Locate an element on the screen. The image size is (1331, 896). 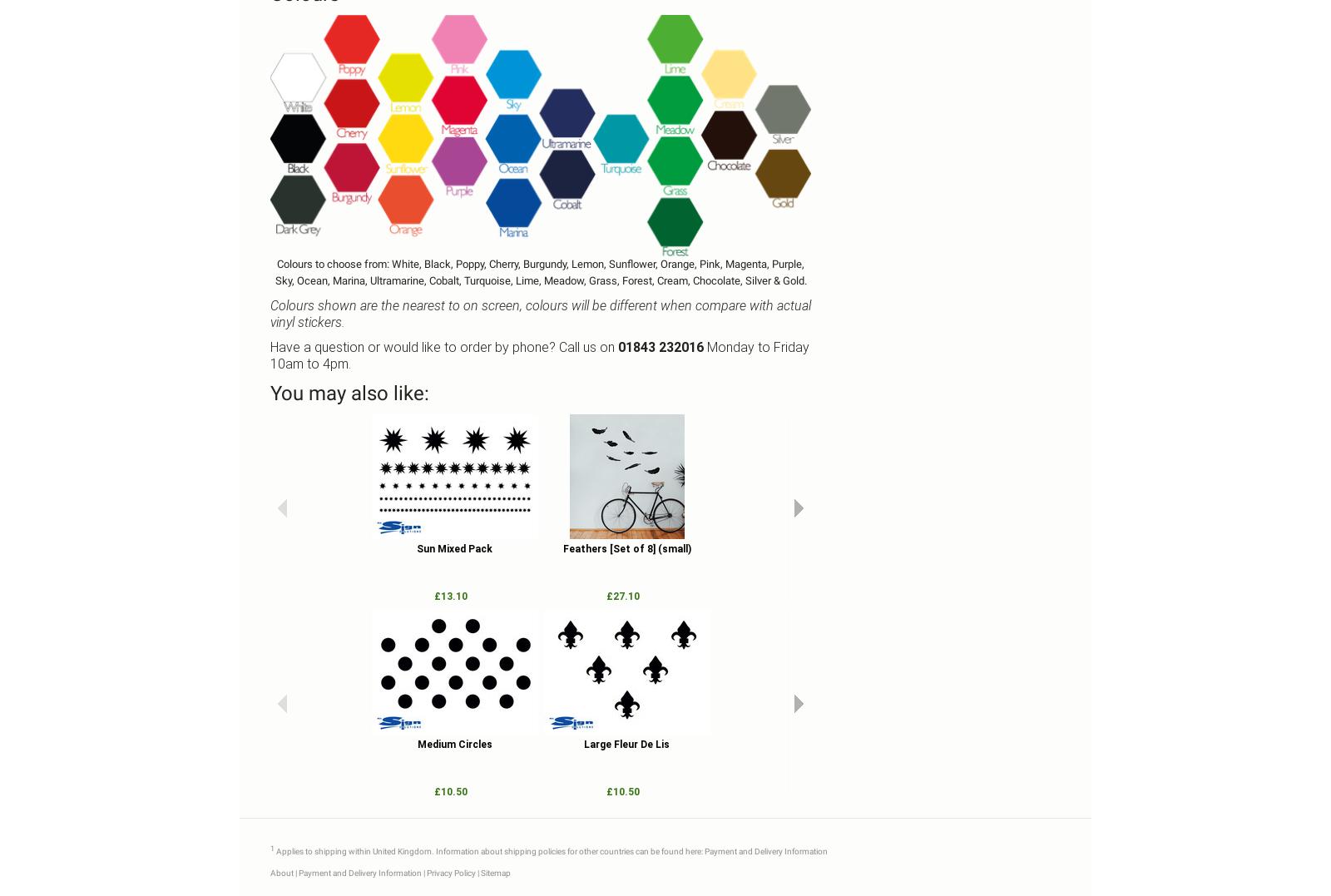
'Waves (medium)' is located at coordinates (971, 548).